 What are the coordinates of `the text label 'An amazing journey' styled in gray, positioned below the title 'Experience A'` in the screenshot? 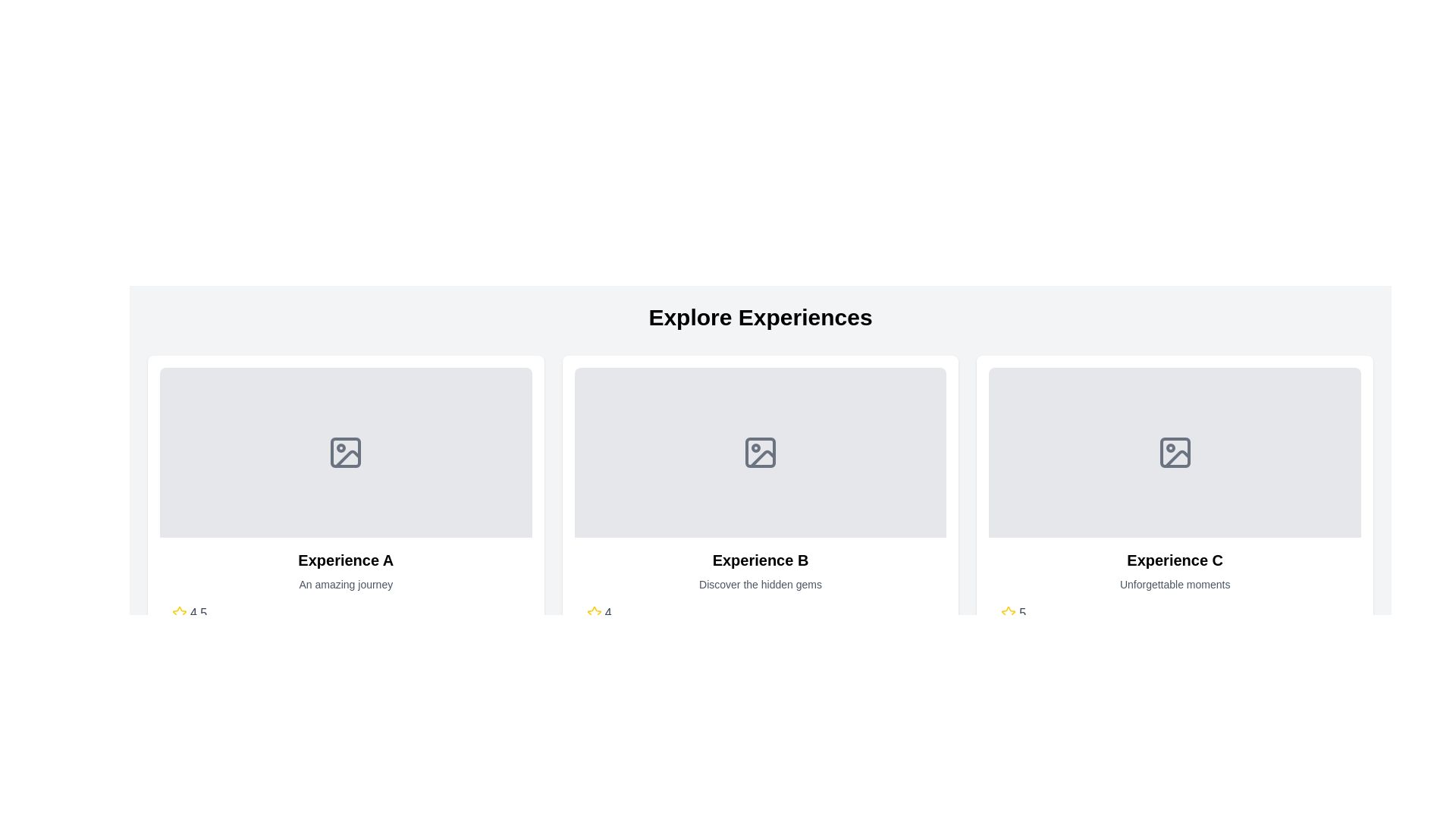 It's located at (345, 584).